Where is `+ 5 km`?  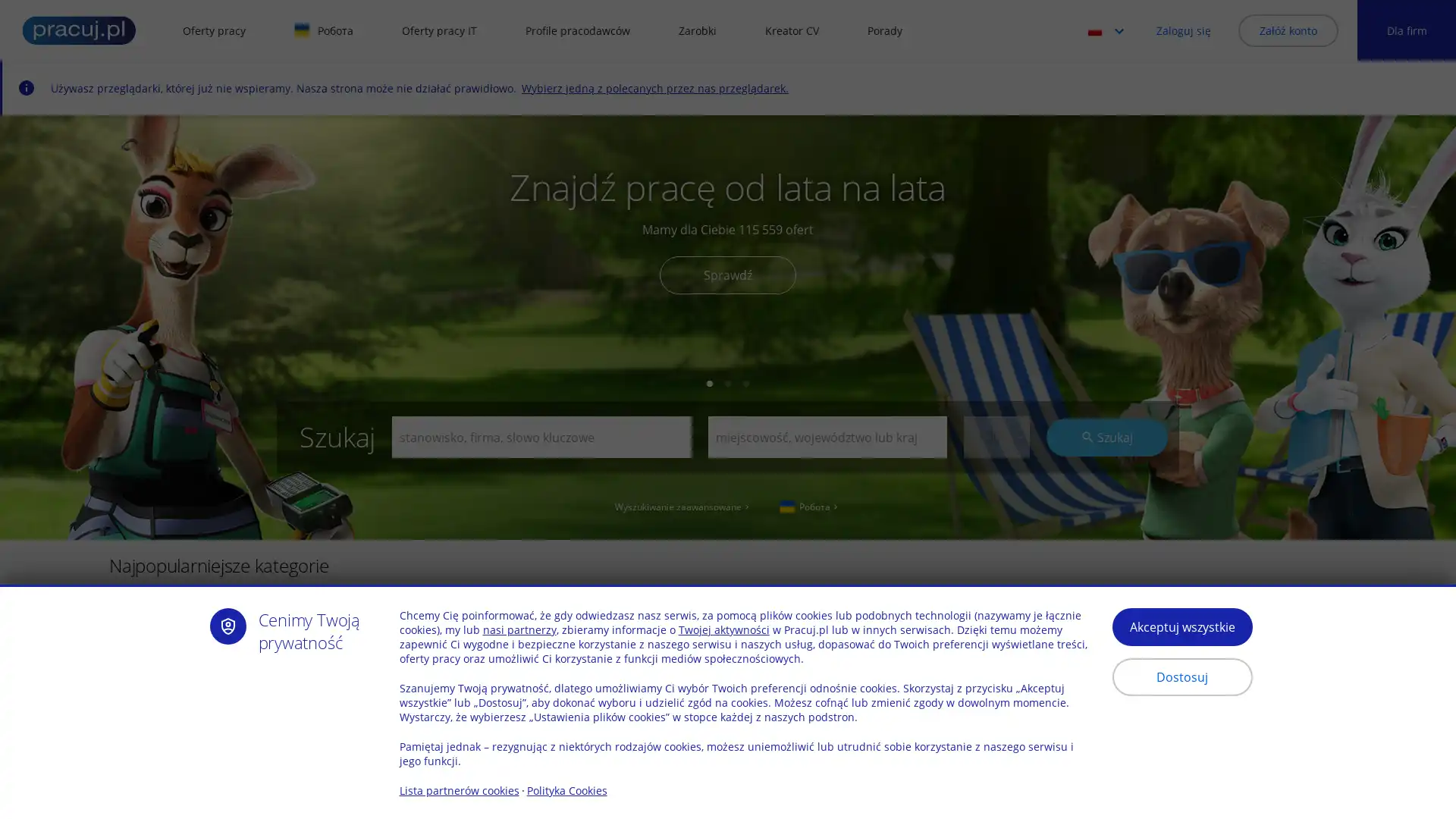 + 5 km is located at coordinates (996, 491).